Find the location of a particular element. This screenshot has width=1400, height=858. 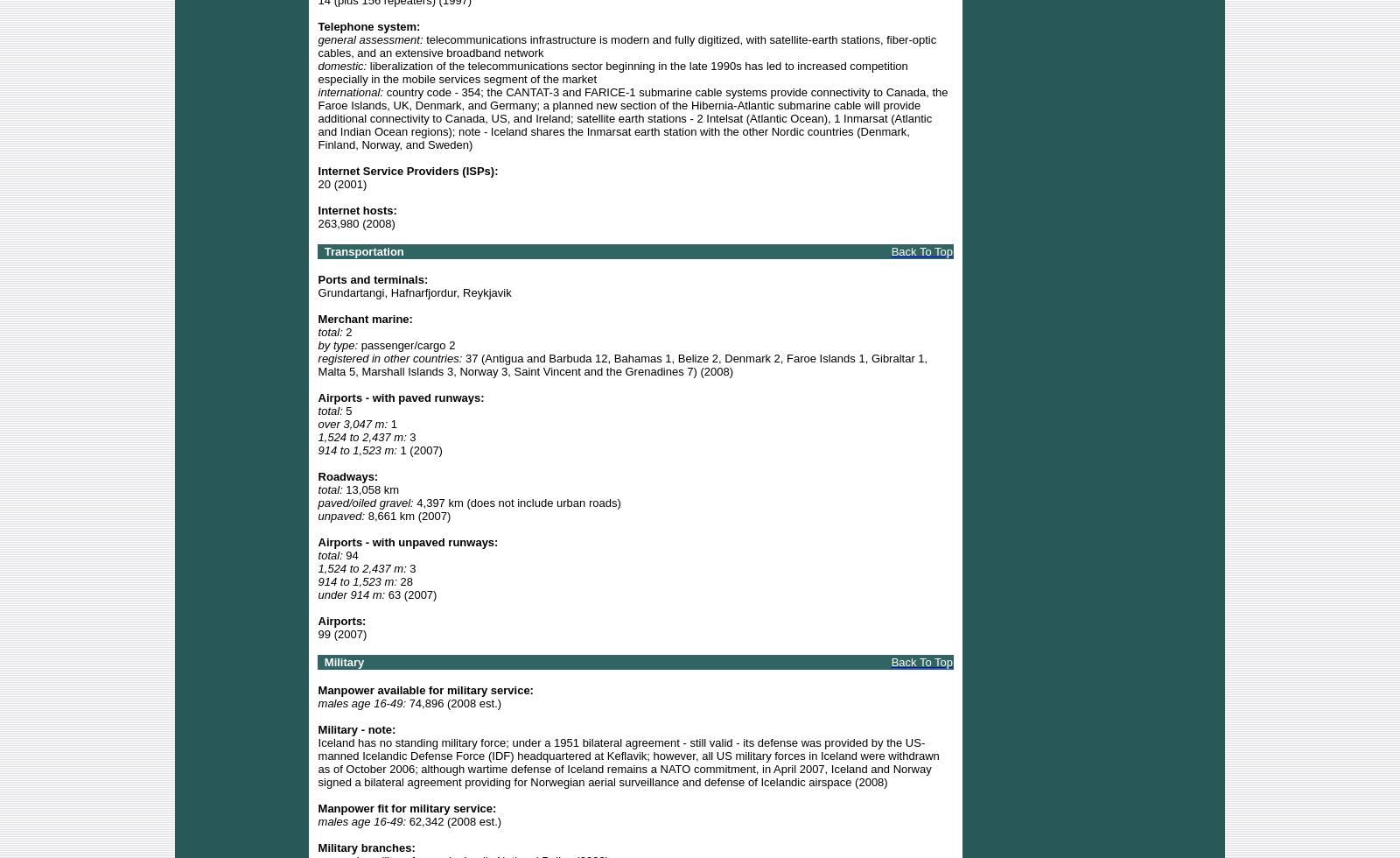

'unpaved:' is located at coordinates (340, 515).